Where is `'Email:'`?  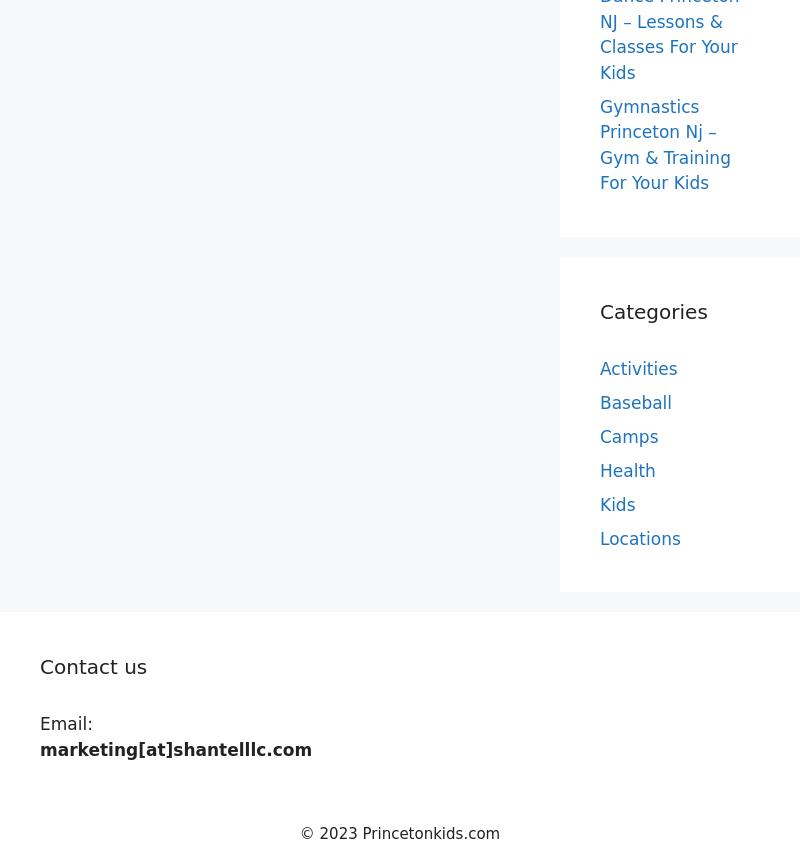
'Email:' is located at coordinates (65, 723).